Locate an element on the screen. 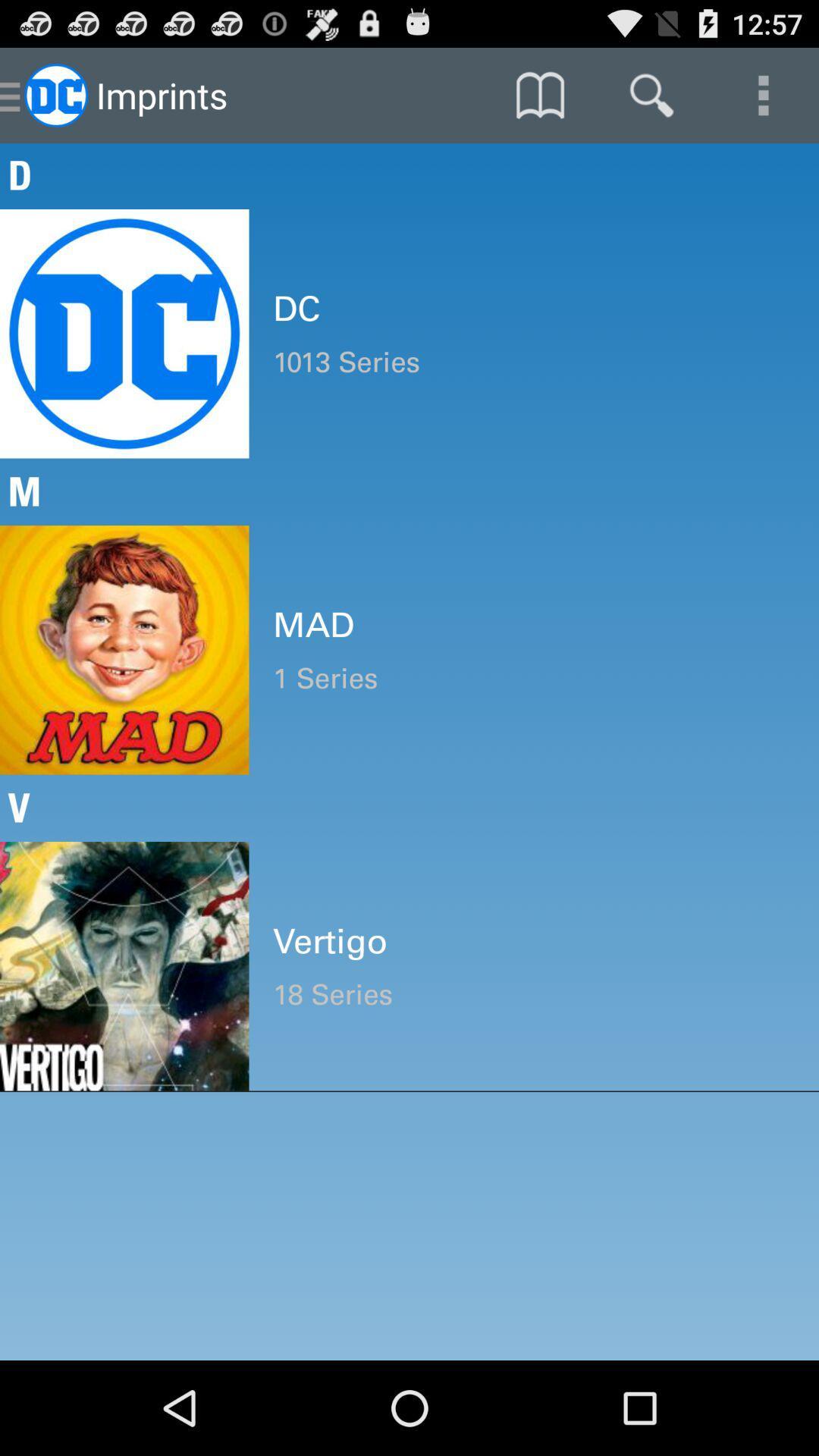 The width and height of the screenshot is (819, 1456). icon above the 1013 series item is located at coordinates (533, 308).